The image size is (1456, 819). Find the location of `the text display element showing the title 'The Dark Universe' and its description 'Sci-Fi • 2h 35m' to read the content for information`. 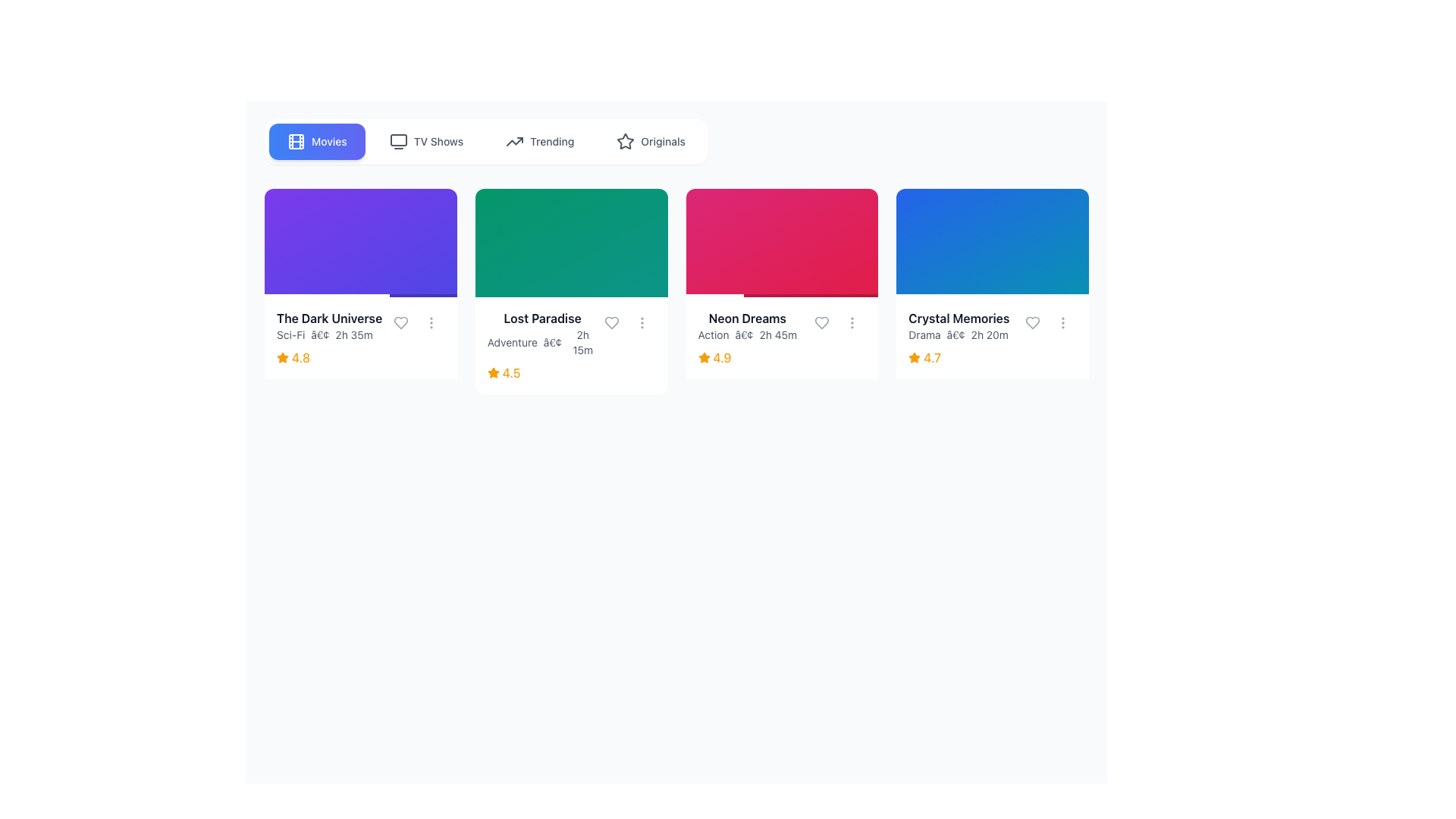

the text display element showing the title 'The Dark Universe' and its description 'Sci-Fi • 2h 35m' to read the content for information is located at coordinates (359, 325).